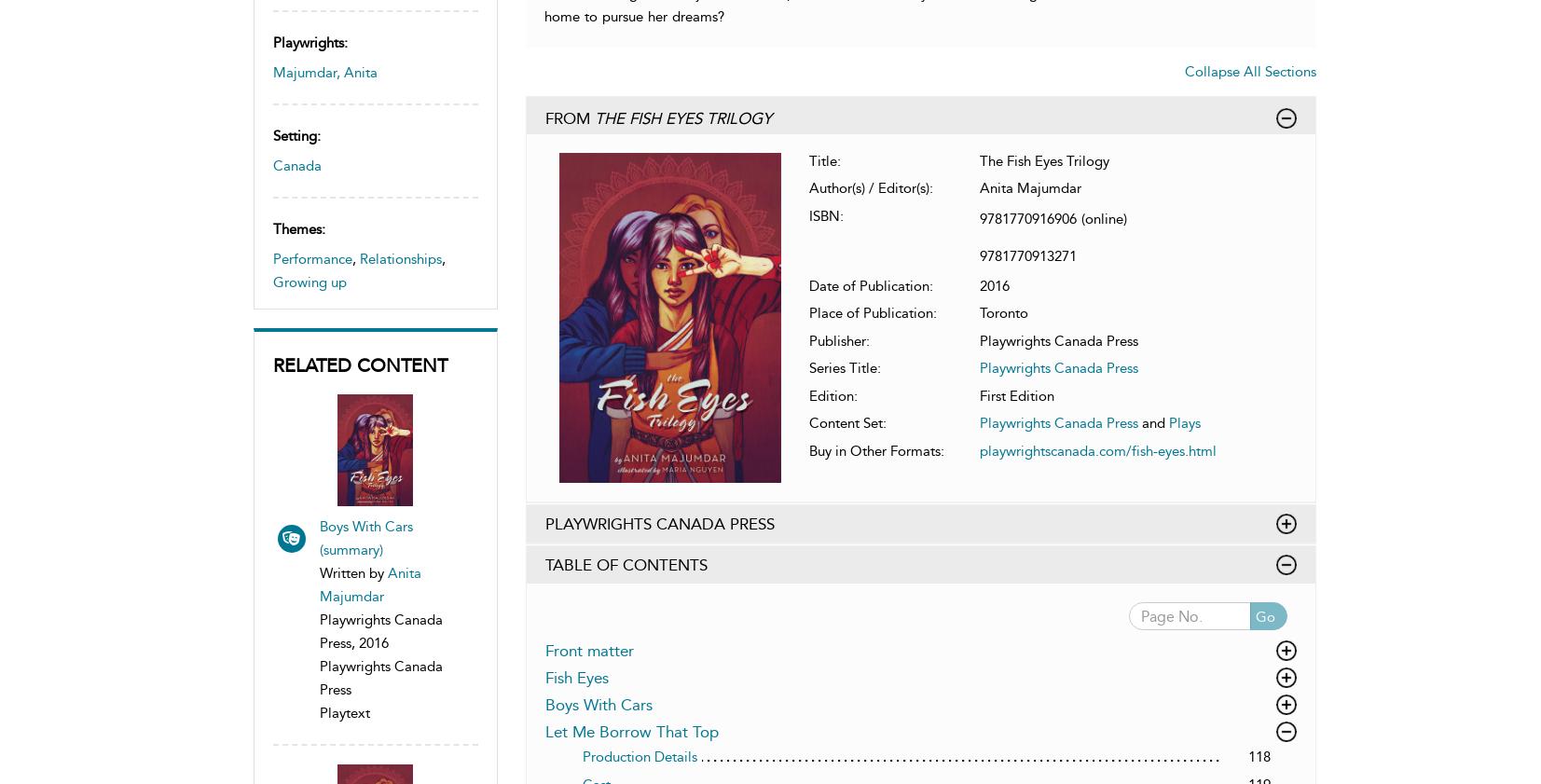 This screenshot has height=784, width=1541. I want to click on 'Growing up', so click(270, 282).